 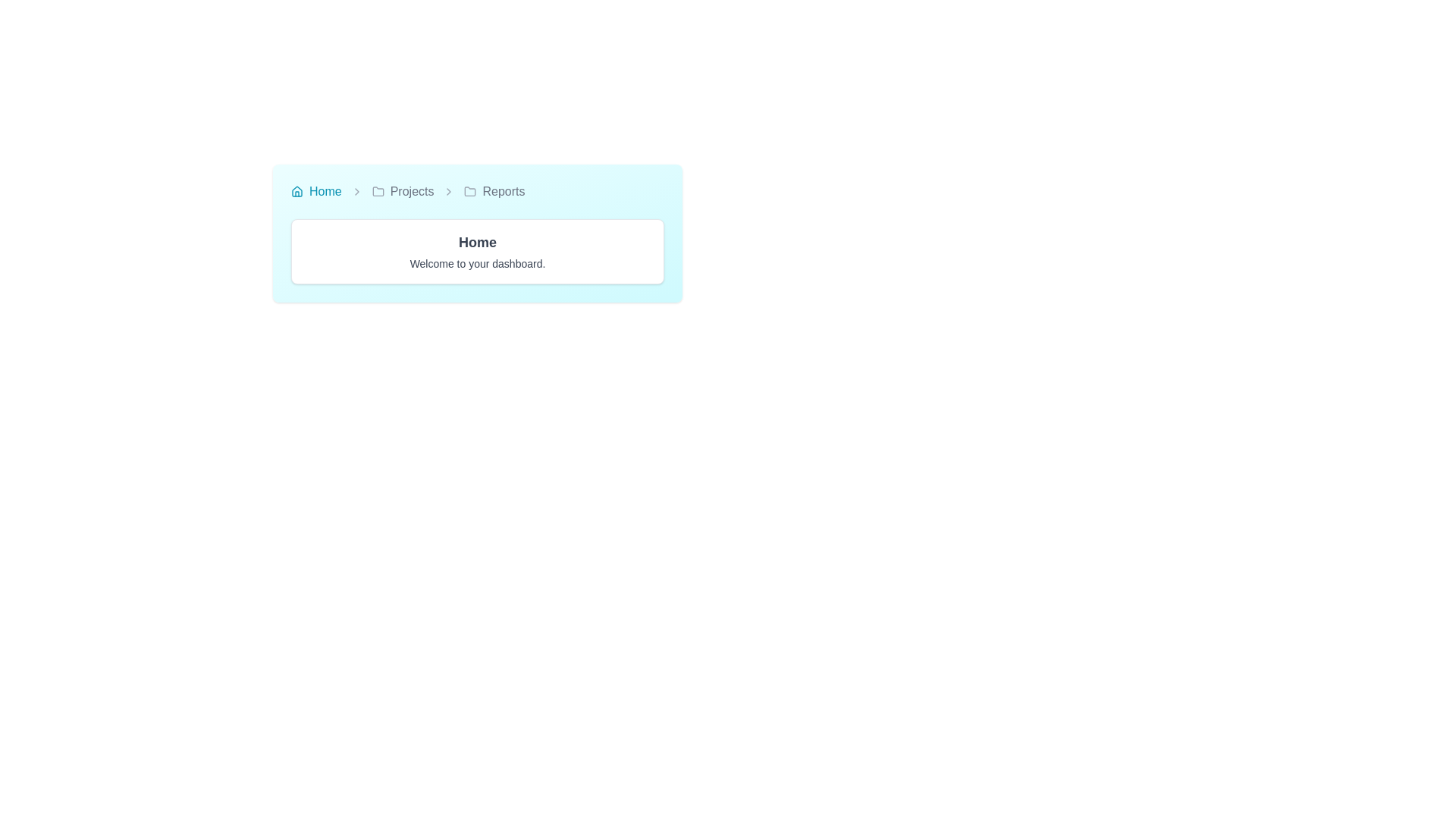 I want to click on the 'Home' text link, which is a cyan-blue colored link in the breadcrumb navigation bar, positioned next to a house icon, so click(x=325, y=191).